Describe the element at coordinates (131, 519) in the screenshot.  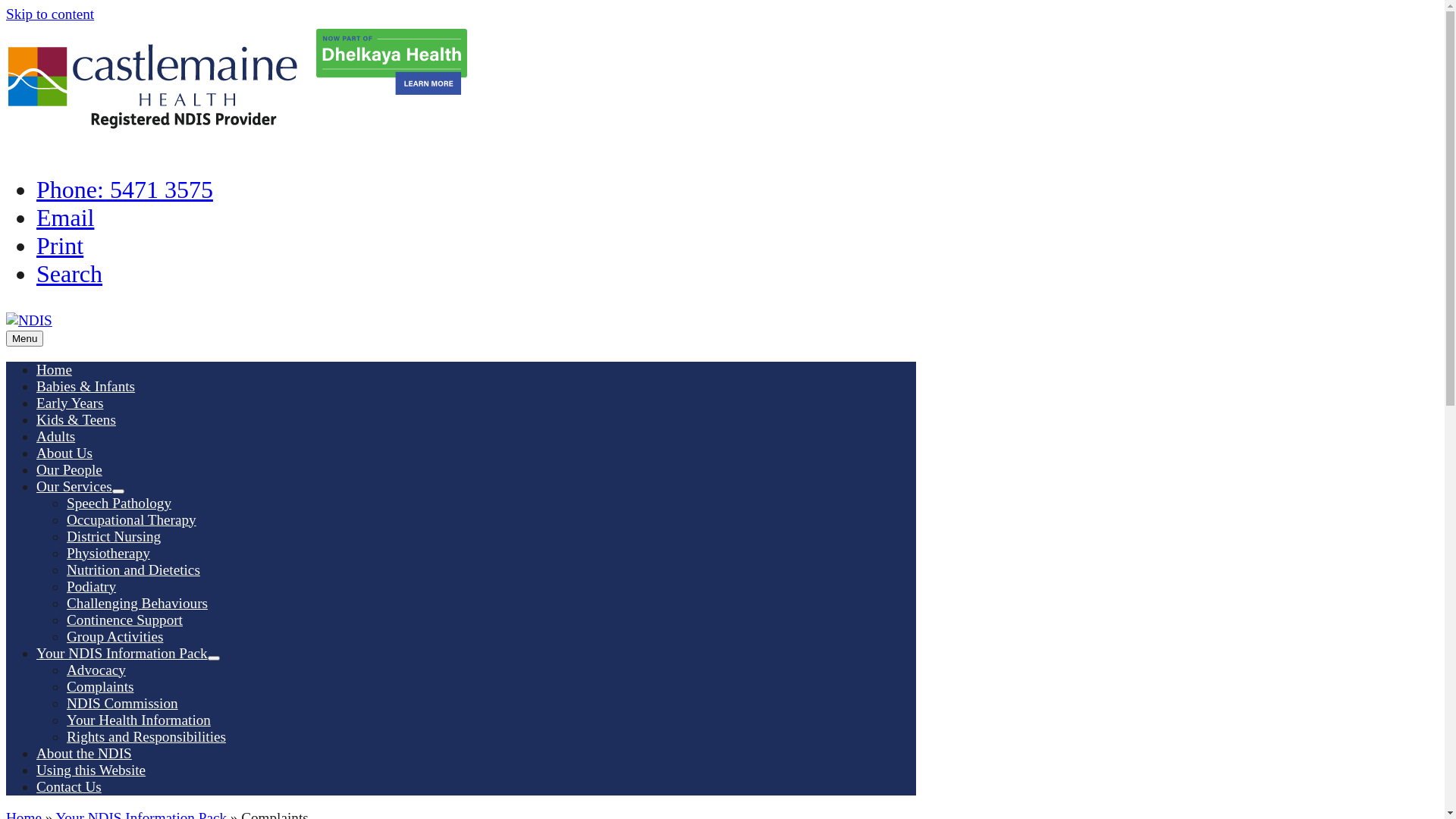
I see `'Occupational Therapy'` at that location.